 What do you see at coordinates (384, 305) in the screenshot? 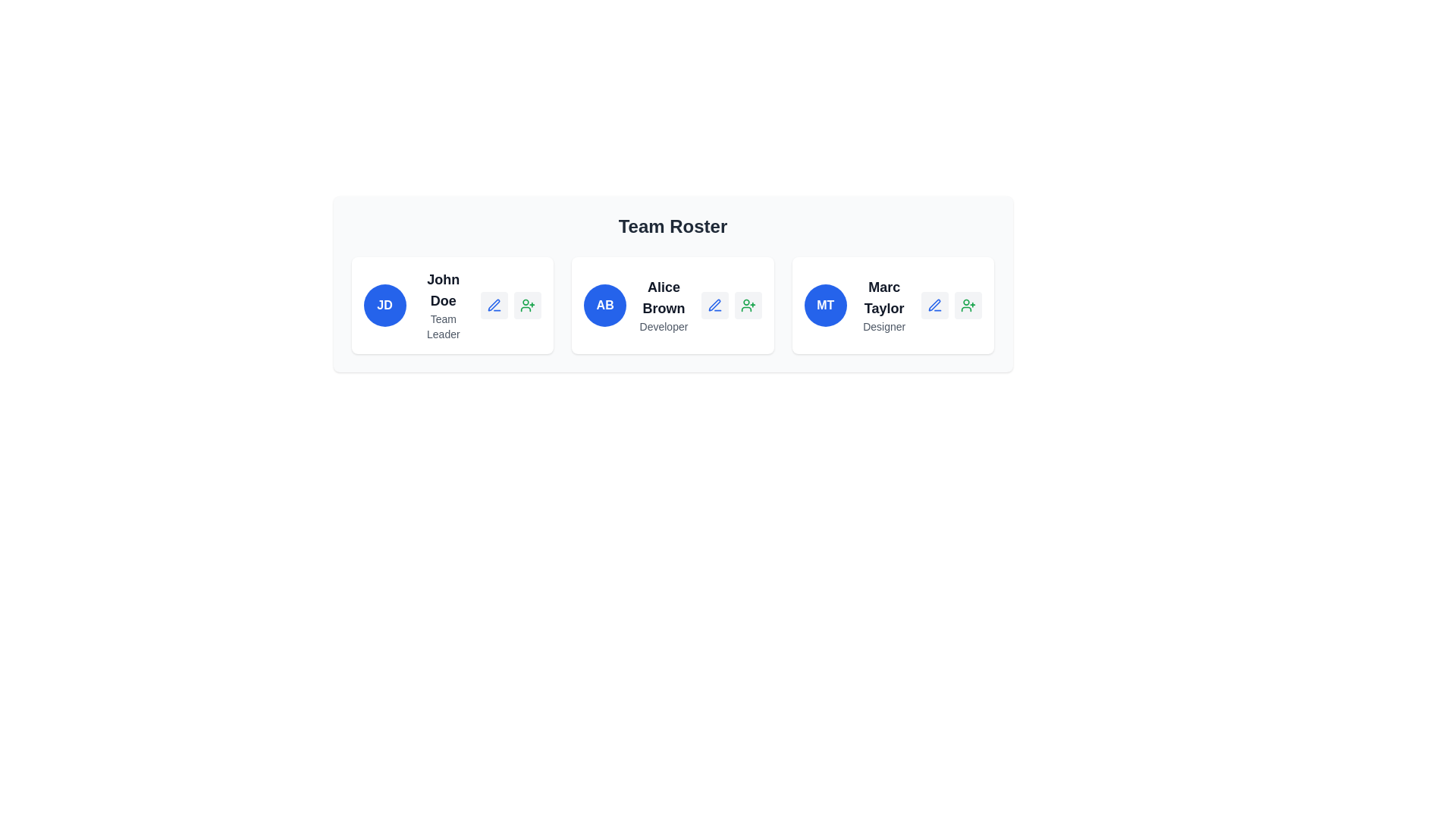
I see `the Avatar badge with the blue background and 'JD' letters, located in the first card of the team roster section` at bounding box center [384, 305].